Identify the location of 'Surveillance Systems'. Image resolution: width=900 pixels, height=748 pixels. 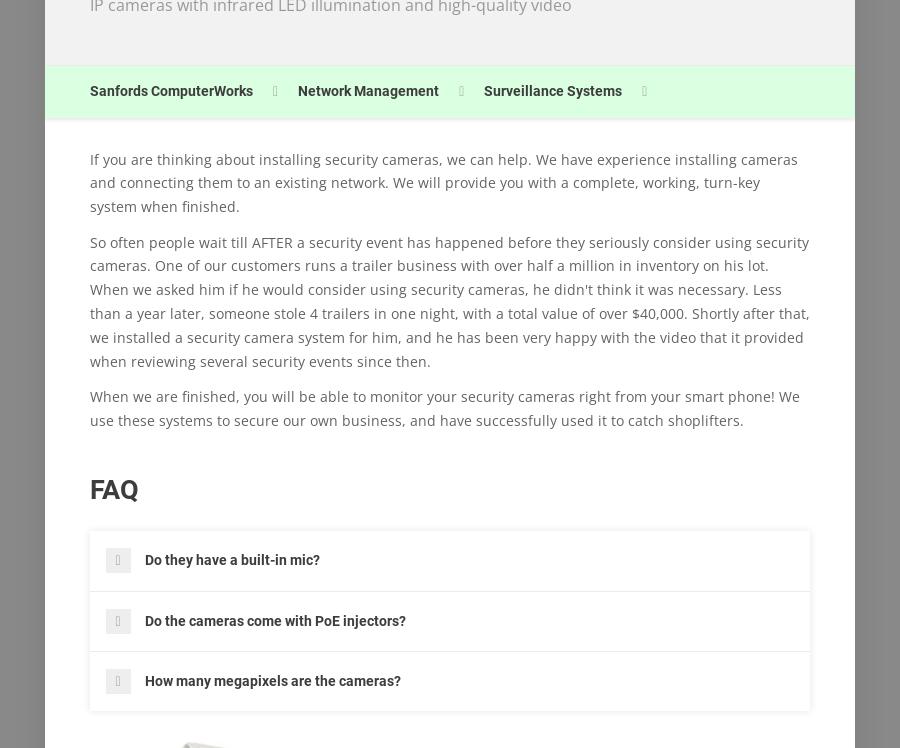
(551, 88).